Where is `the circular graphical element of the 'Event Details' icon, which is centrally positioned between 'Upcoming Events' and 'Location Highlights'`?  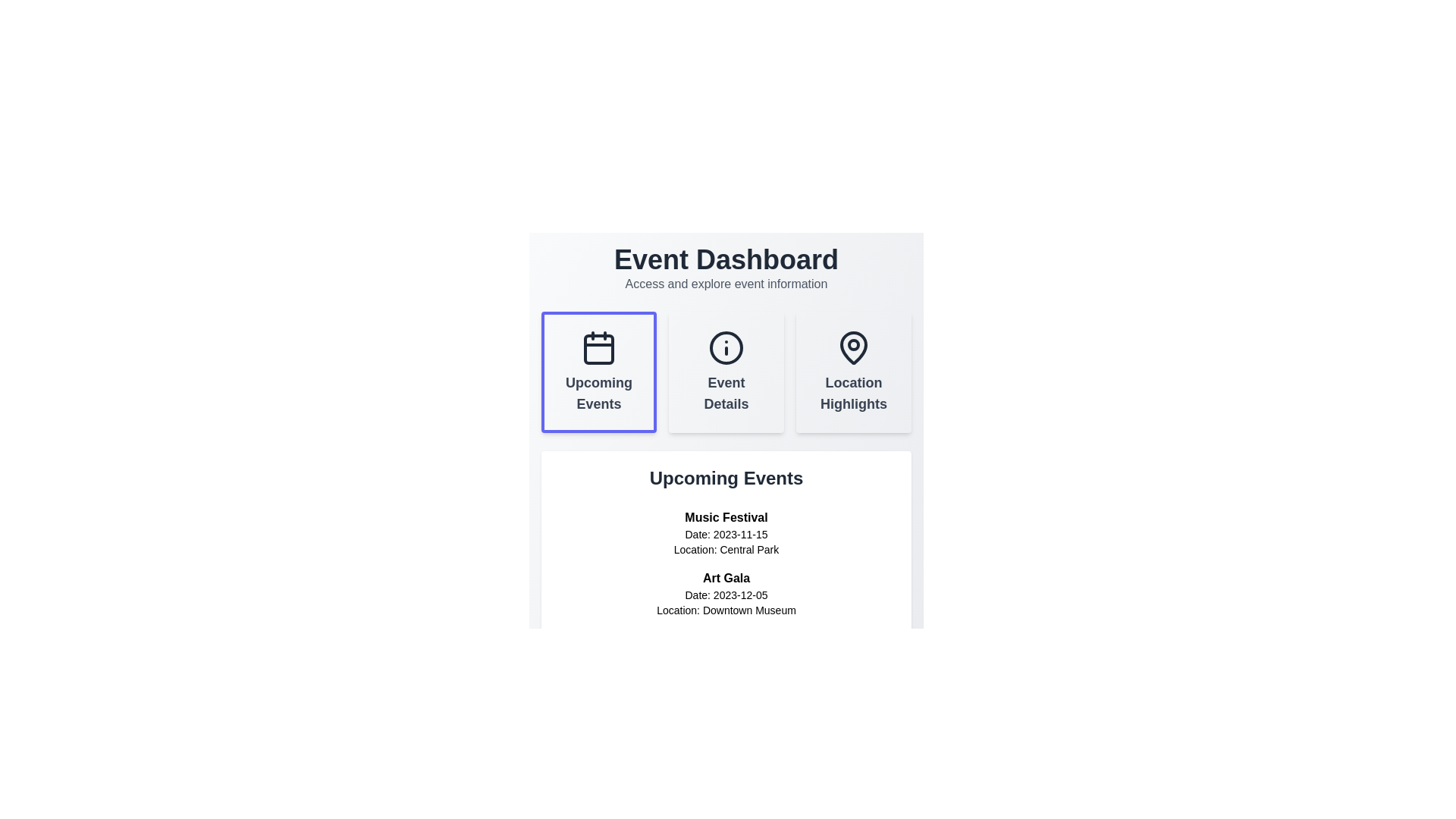
the circular graphical element of the 'Event Details' icon, which is centrally positioned between 'Upcoming Events' and 'Location Highlights' is located at coordinates (726, 348).